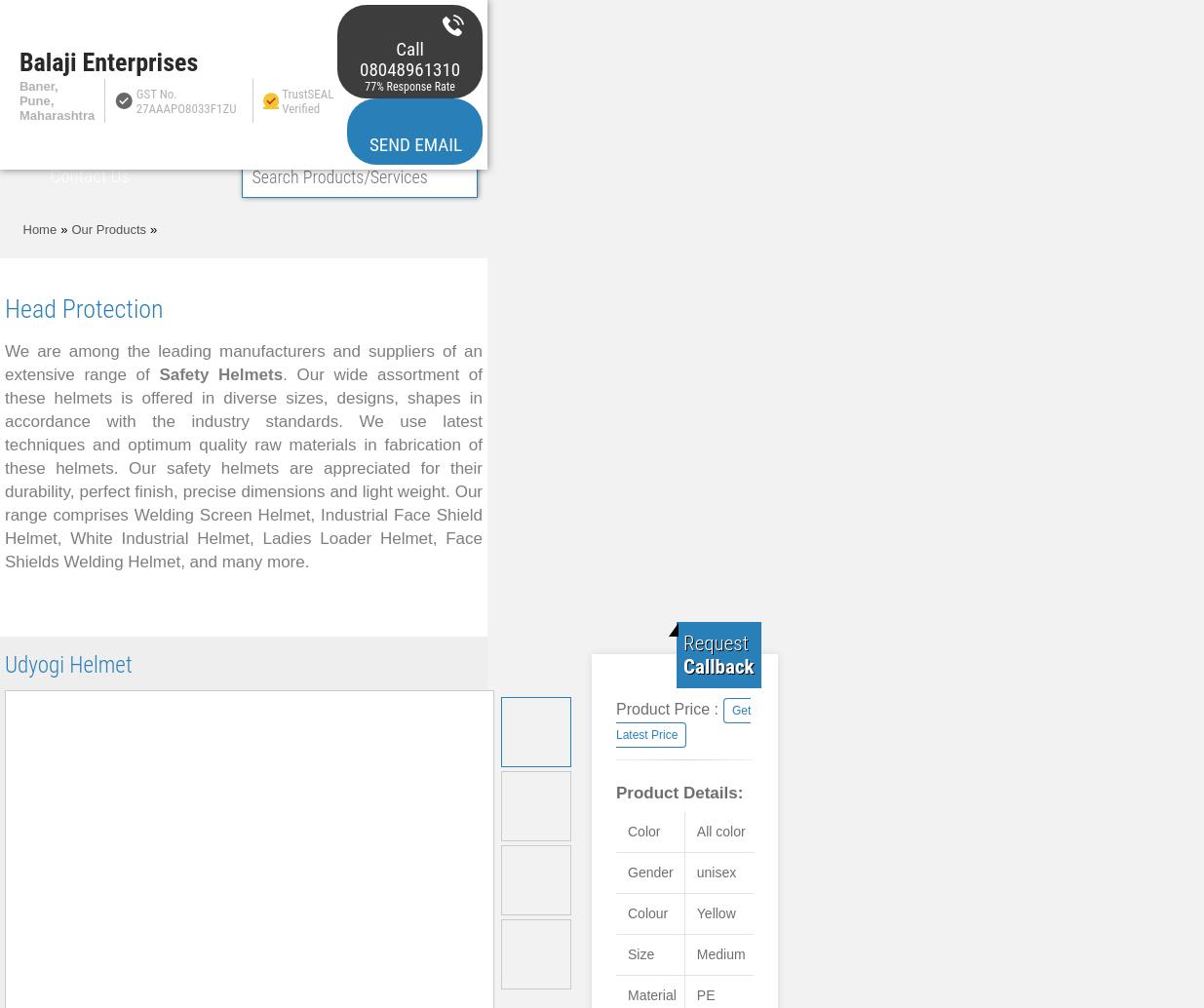 Image resolution: width=1204 pixels, height=1008 pixels. What do you see at coordinates (408, 85) in the screenshot?
I see `'77% Response Rate'` at bounding box center [408, 85].